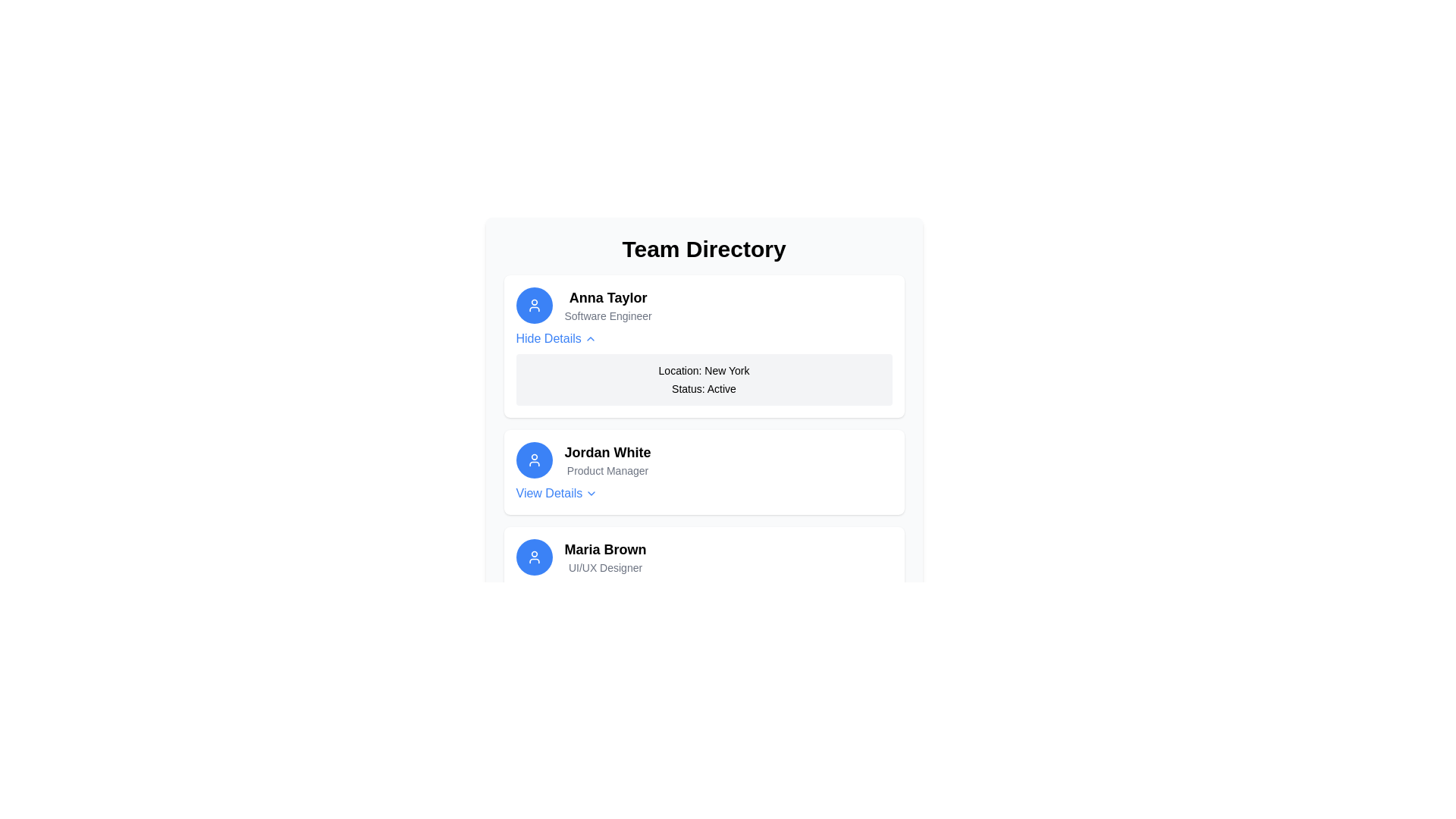  I want to click on the user profile icon for Maria Brown, which is located in the left part of the information panel, before the name and title text, so click(534, 557).